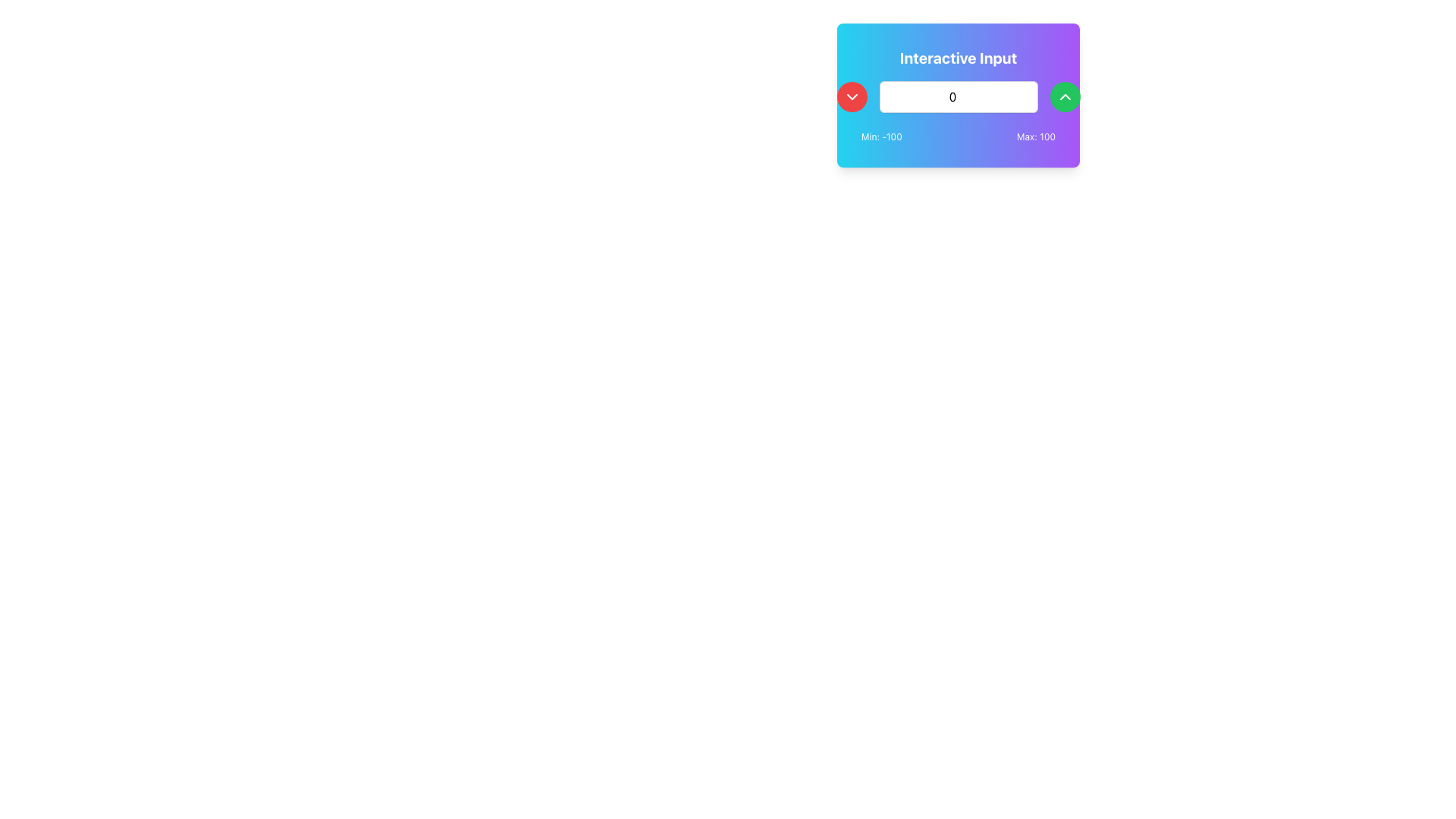 The height and width of the screenshot is (819, 1456). What do you see at coordinates (1064, 96) in the screenshot?
I see `the chevron SVG icon inside the green circular button located at the top-right corner of the interactive input card to increment the input value` at bounding box center [1064, 96].